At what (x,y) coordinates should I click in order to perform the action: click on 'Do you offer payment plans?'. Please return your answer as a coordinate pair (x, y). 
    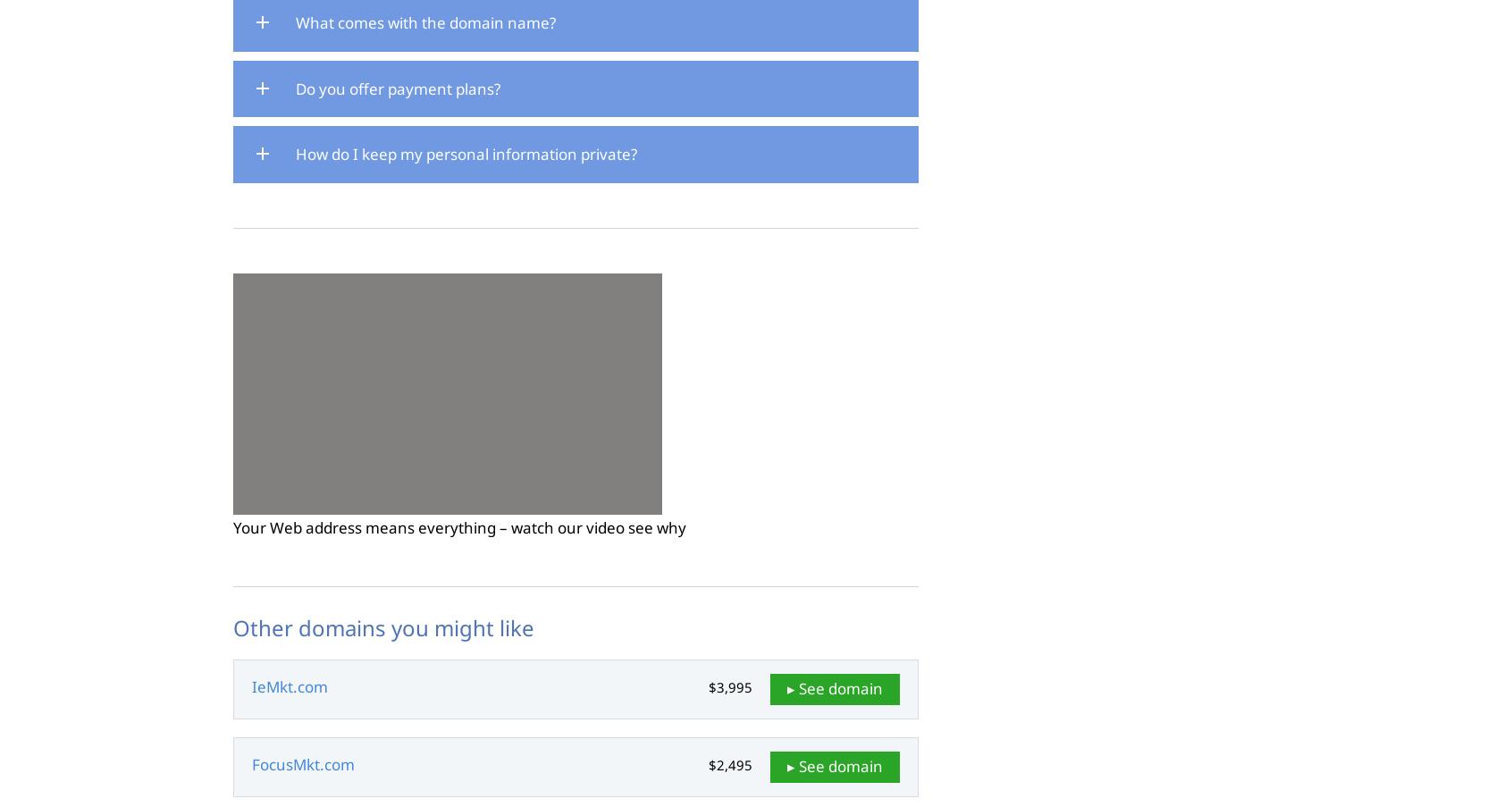
    Looking at the image, I should click on (397, 88).